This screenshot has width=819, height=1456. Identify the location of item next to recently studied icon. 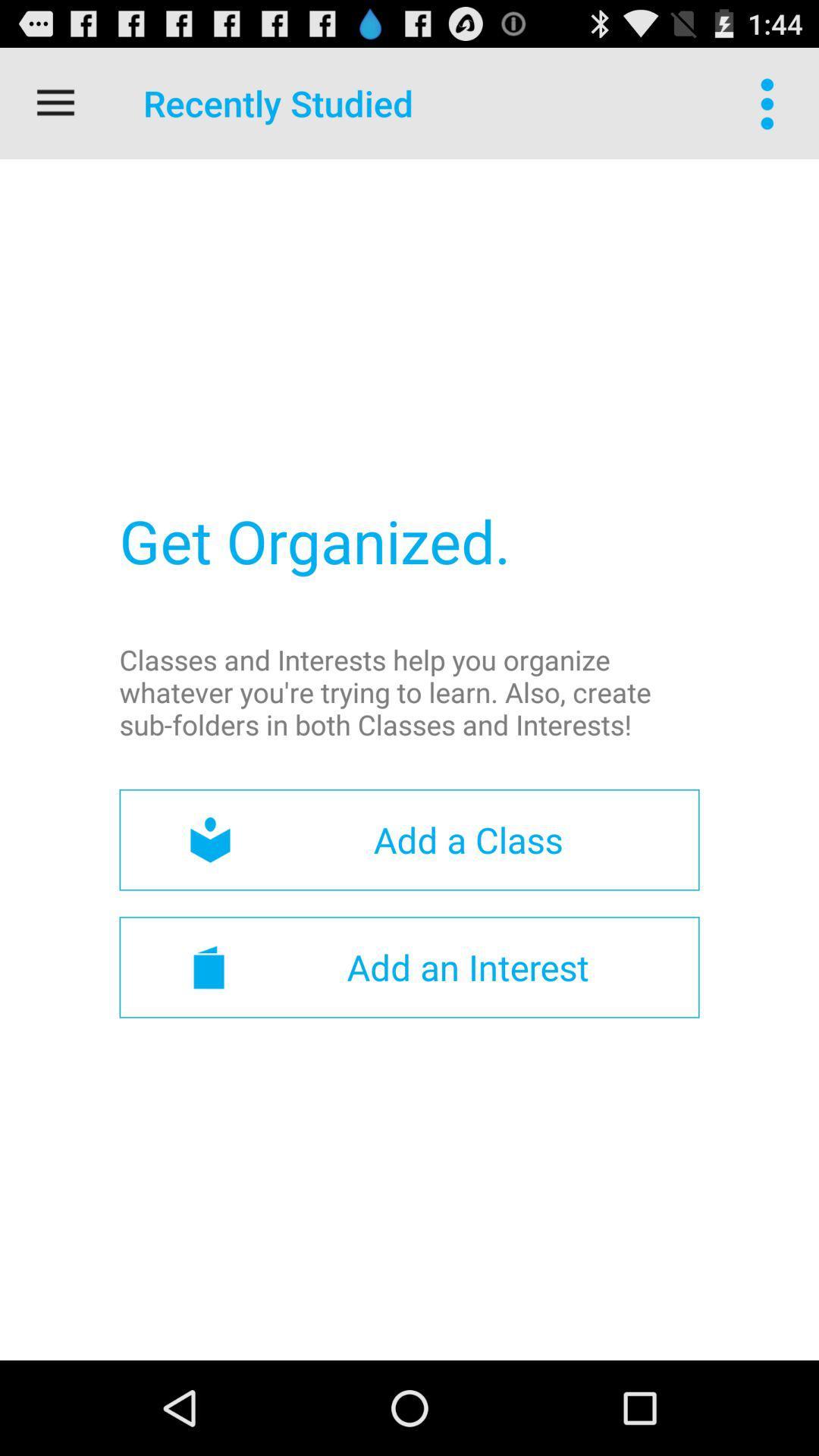
(771, 102).